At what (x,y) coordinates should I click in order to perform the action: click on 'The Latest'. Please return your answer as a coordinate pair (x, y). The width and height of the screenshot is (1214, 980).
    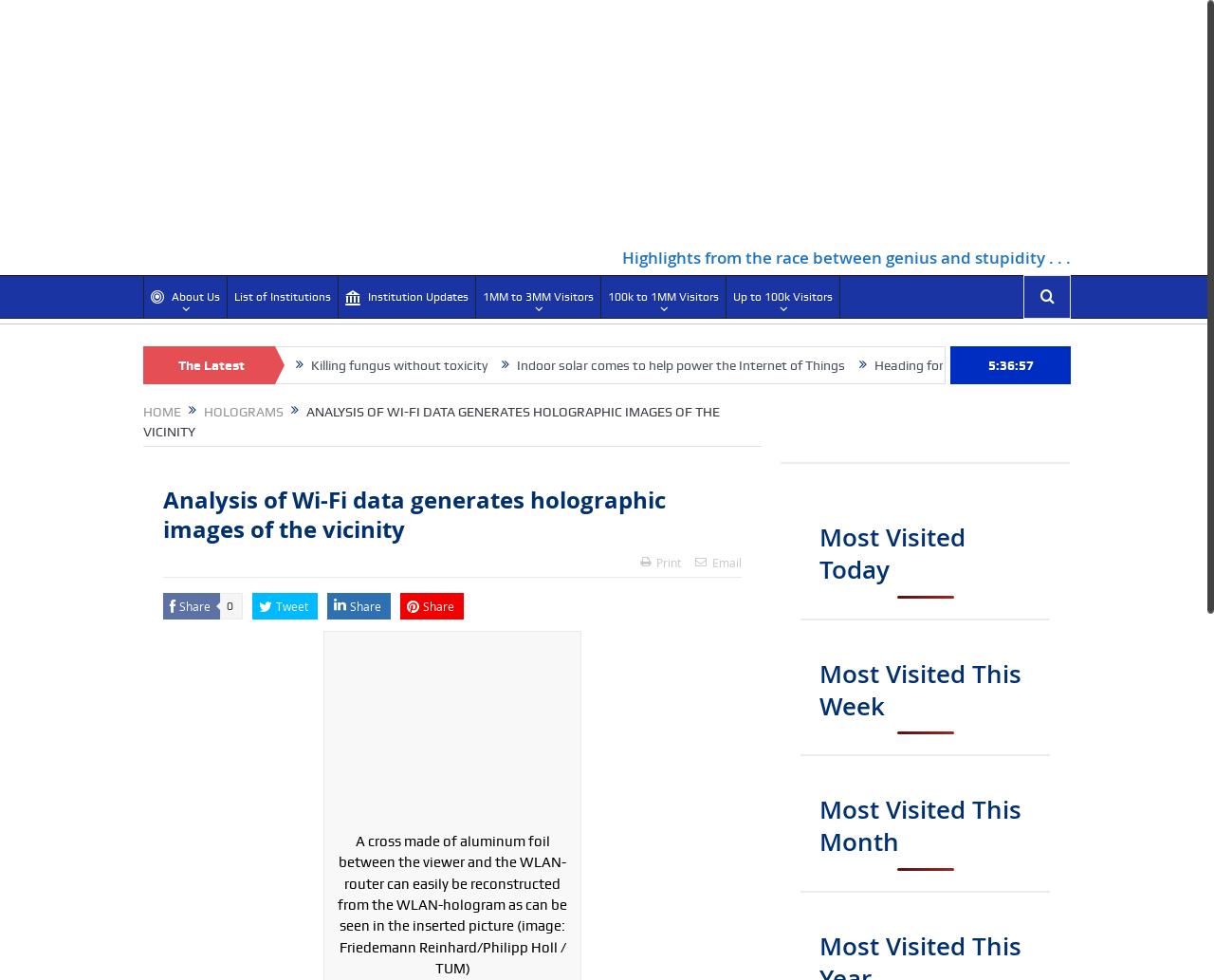
    Looking at the image, I should click on (210, 364).